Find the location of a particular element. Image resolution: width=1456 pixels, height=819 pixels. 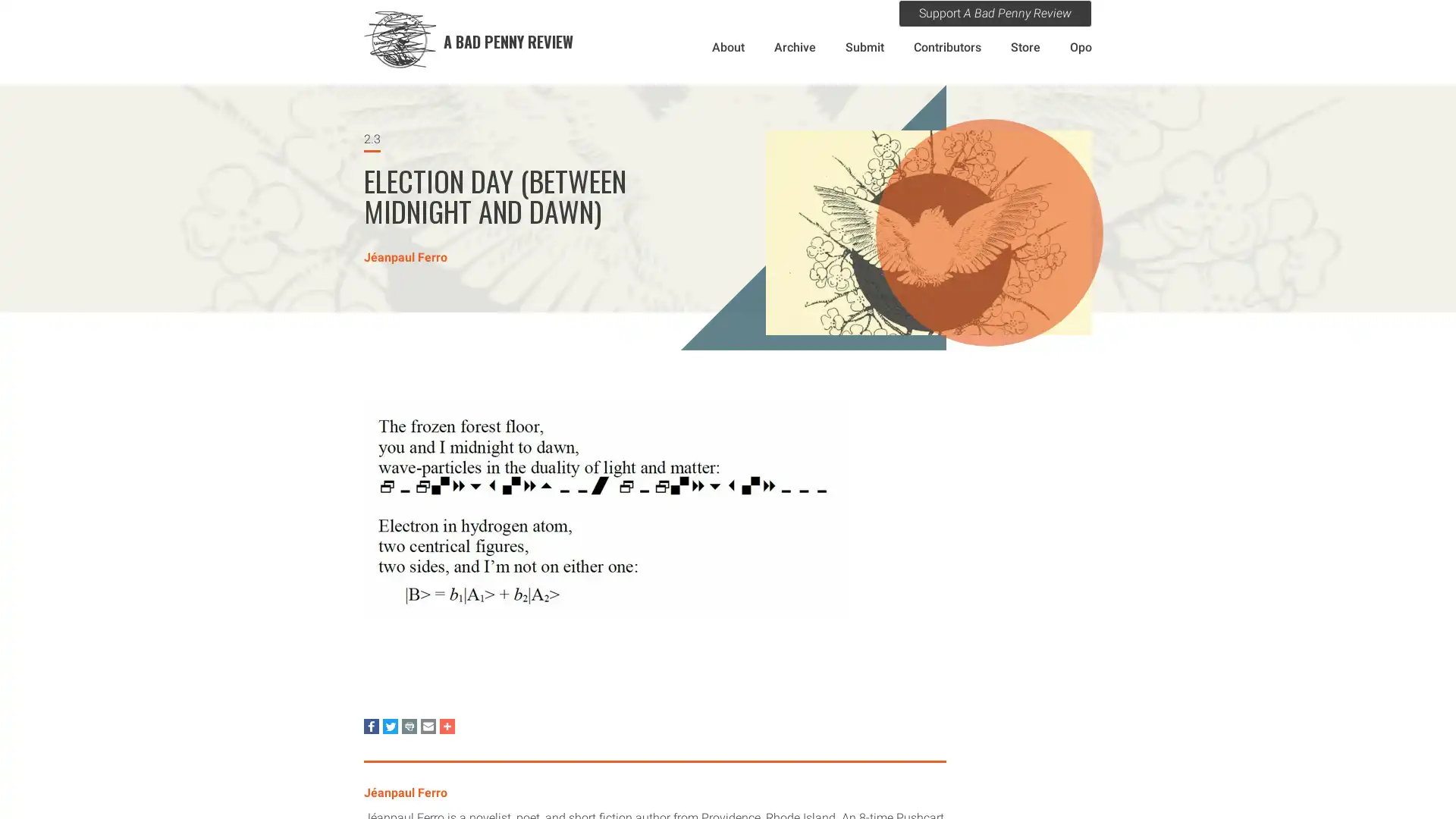

Share to Print is located at coordinates (409, 725).